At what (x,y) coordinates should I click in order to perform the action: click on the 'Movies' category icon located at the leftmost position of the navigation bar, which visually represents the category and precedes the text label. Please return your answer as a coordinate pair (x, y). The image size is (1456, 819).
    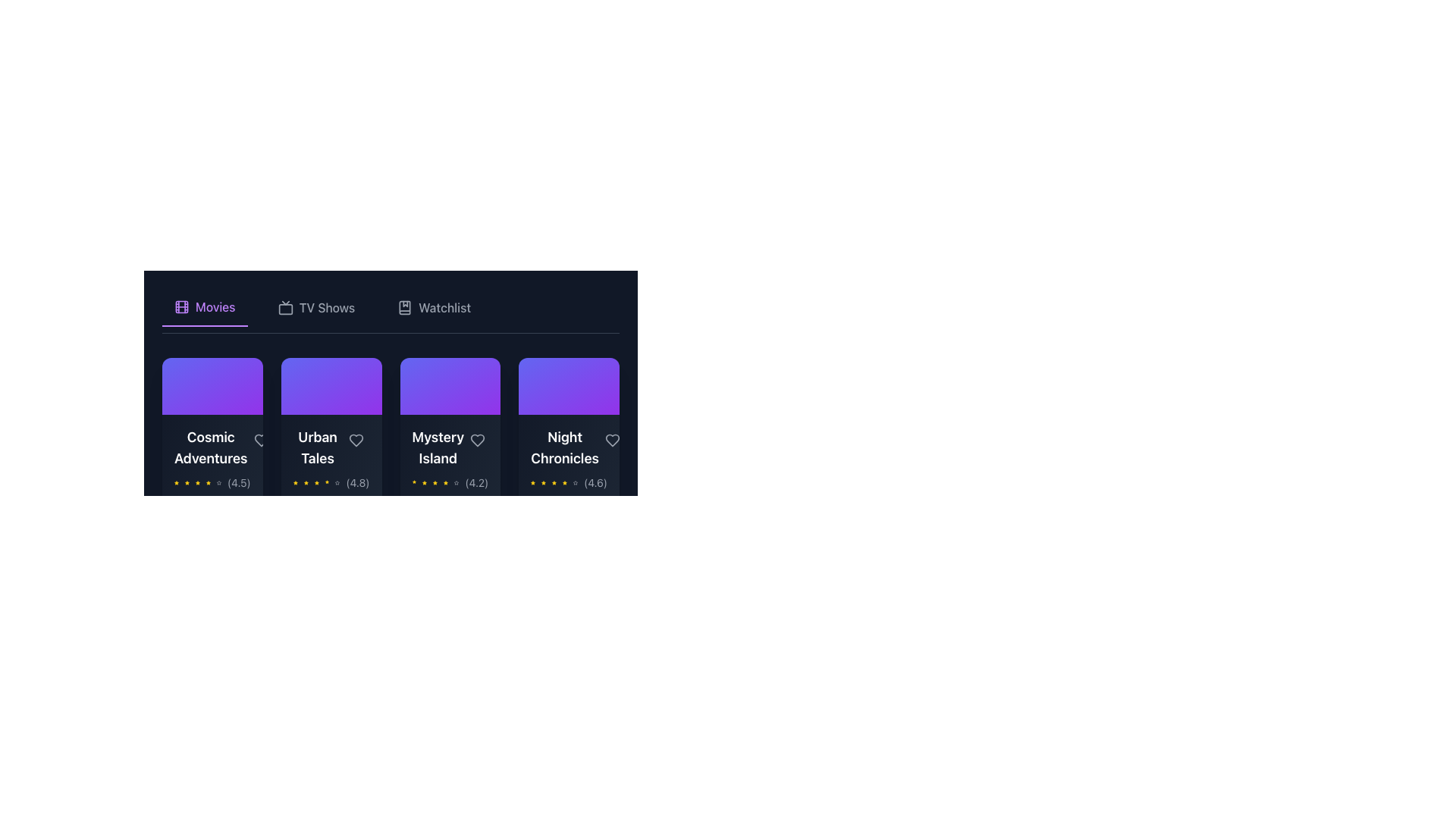
    Looking at the image, I should click on (182, 307).